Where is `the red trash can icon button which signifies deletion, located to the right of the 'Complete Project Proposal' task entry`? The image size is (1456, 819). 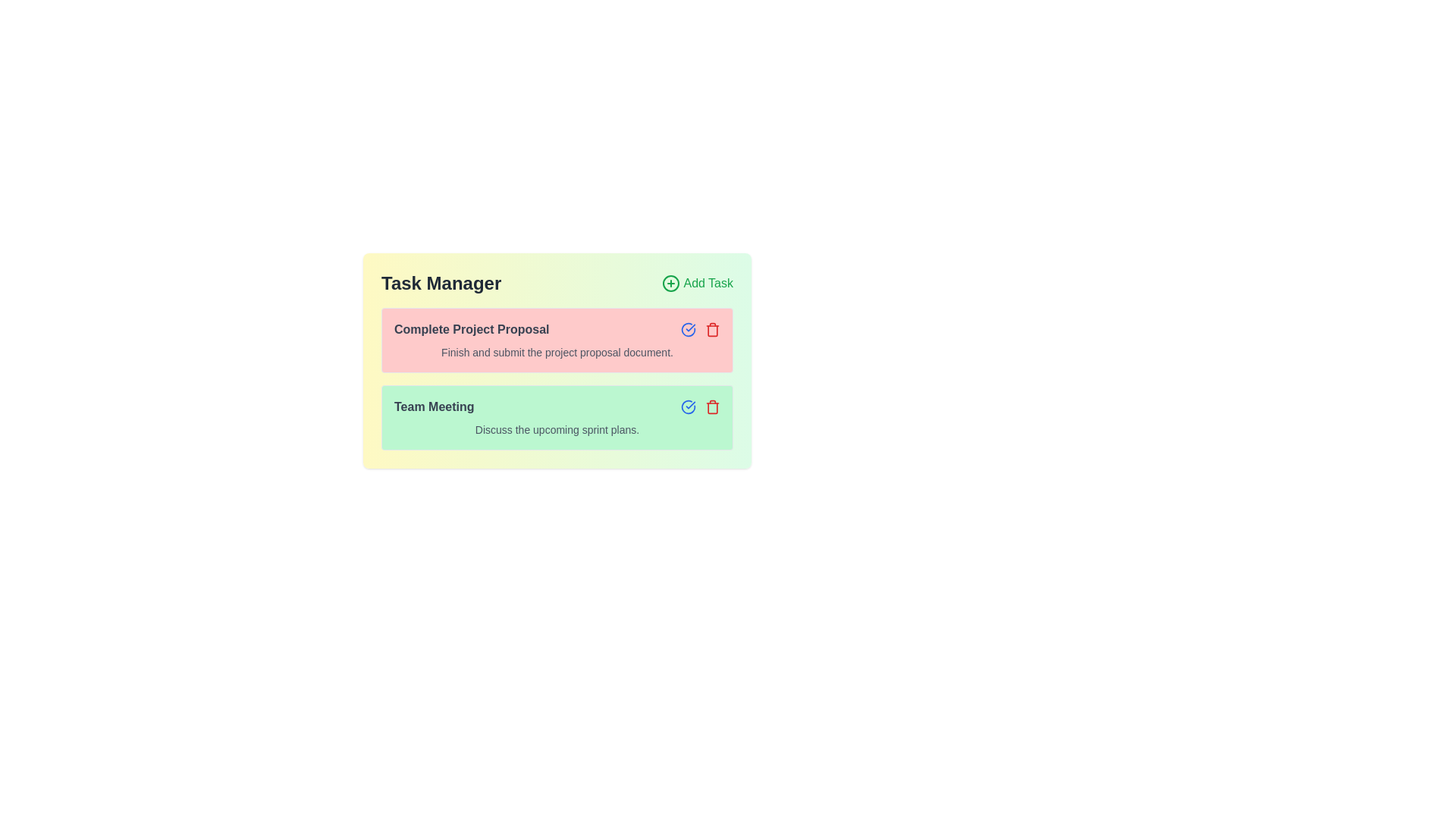
the red trash can icon button which signifies deletion, located to the right of the 'Complete Project Proposal' task entry is located at coordinates (712, 329).